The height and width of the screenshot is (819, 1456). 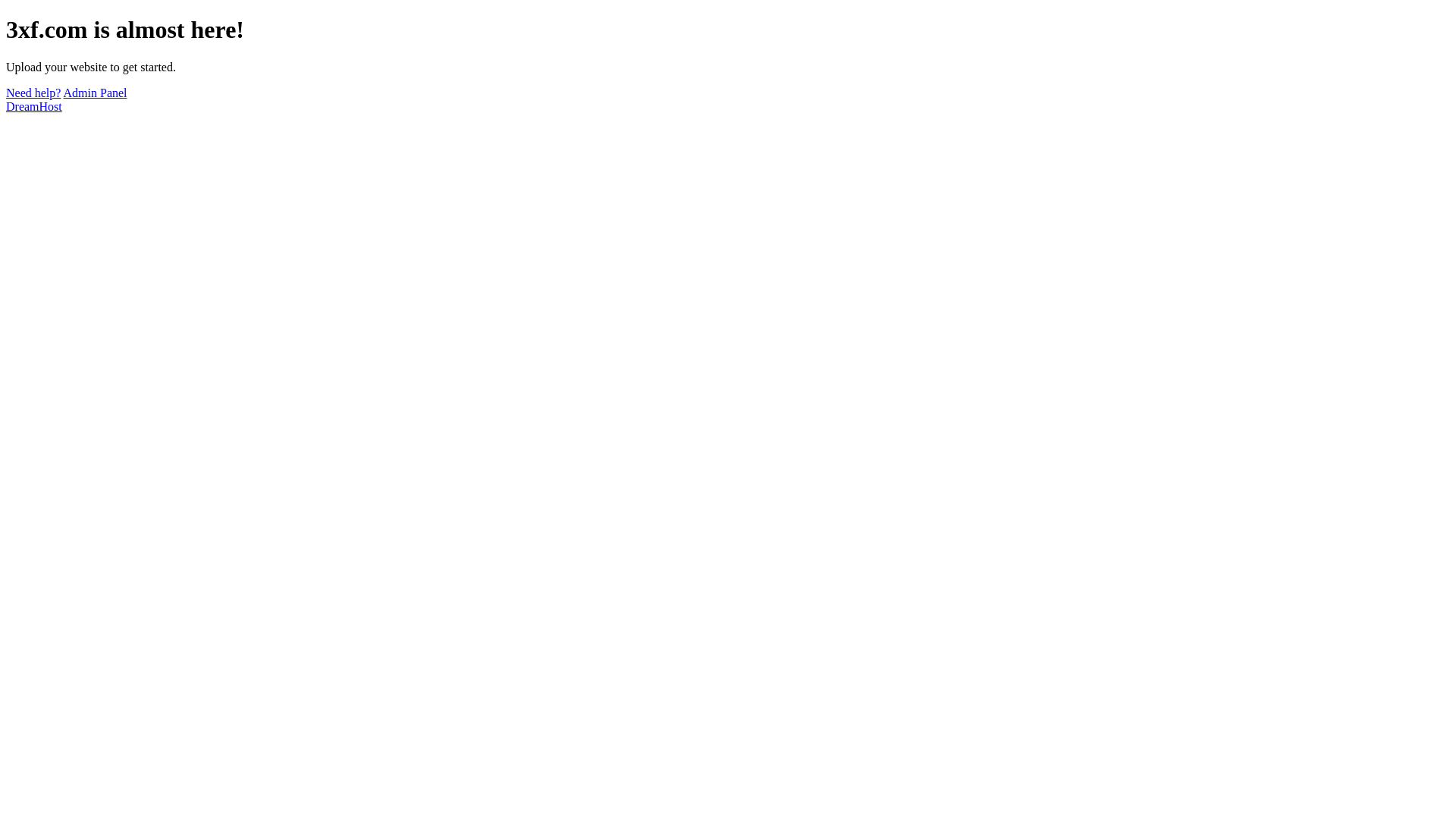 I want to click on 'Admin Panel', so click(x=62, y=93).